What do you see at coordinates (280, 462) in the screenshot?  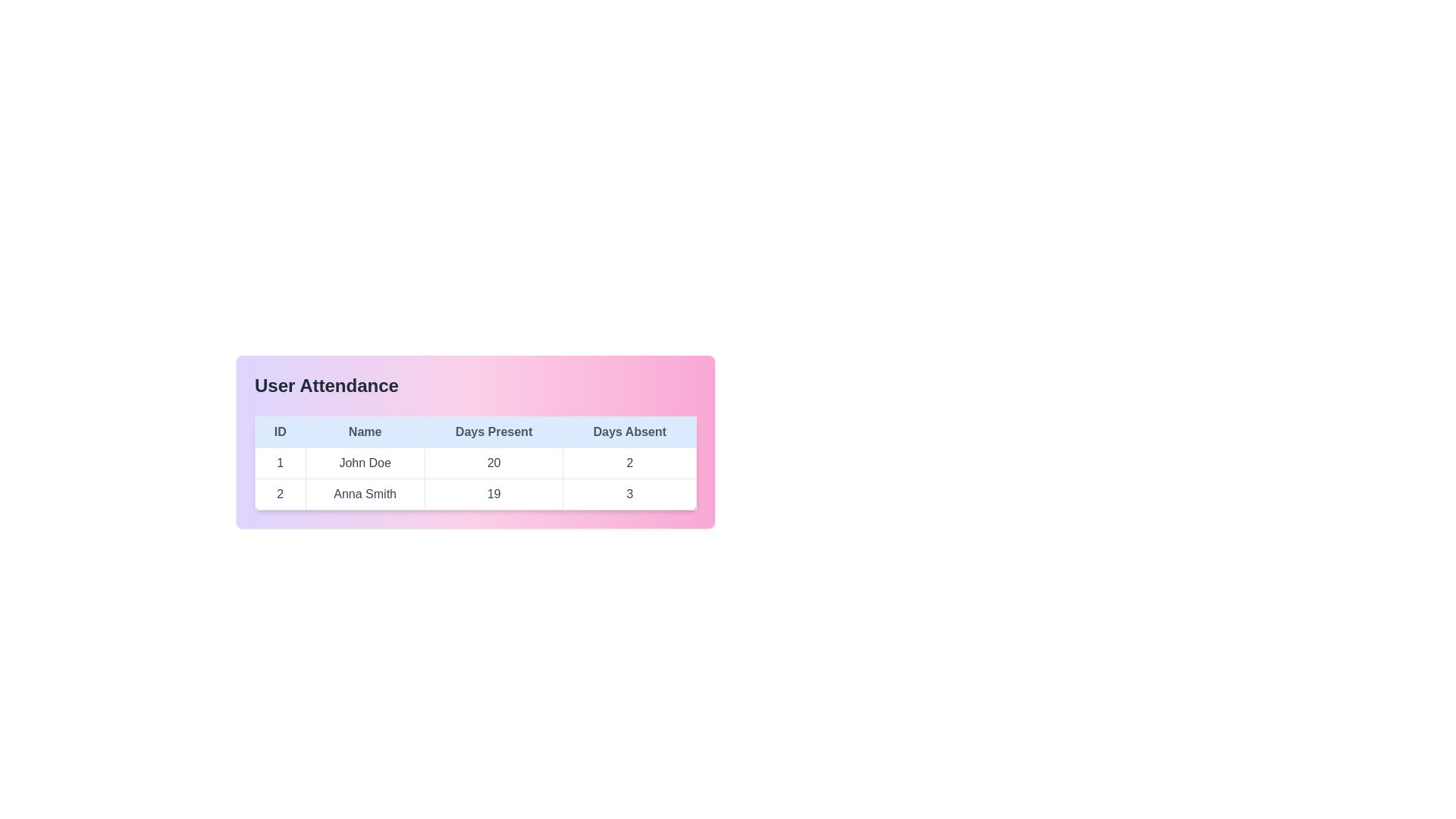 I see `the associated table row` at bounding box center [280, 462].